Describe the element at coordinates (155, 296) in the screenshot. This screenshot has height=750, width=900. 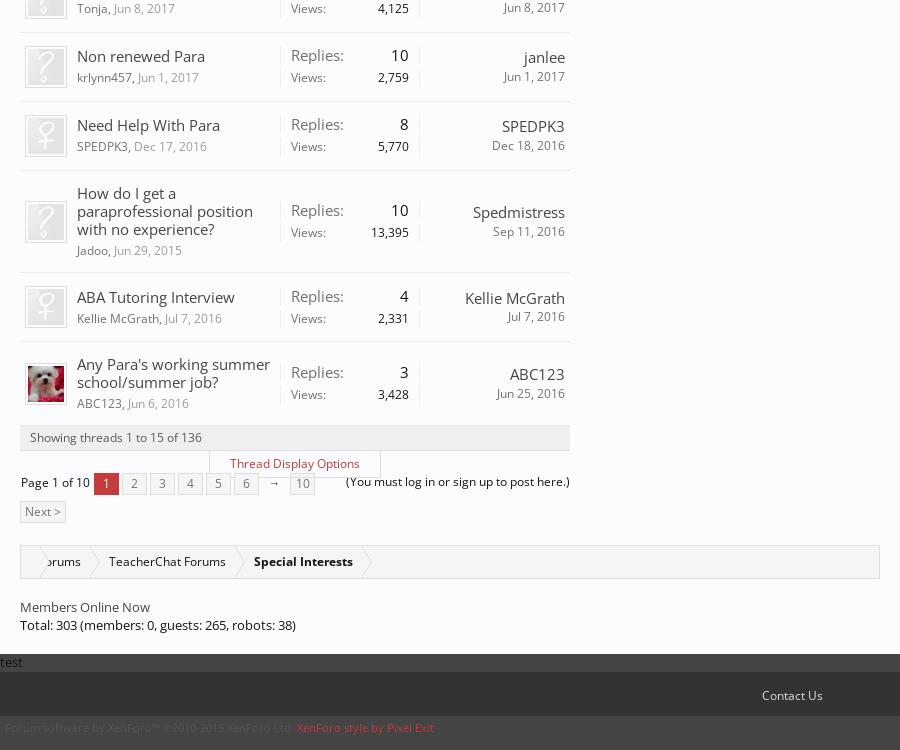
I see `'ABA Tutoring Interview'` at that location.